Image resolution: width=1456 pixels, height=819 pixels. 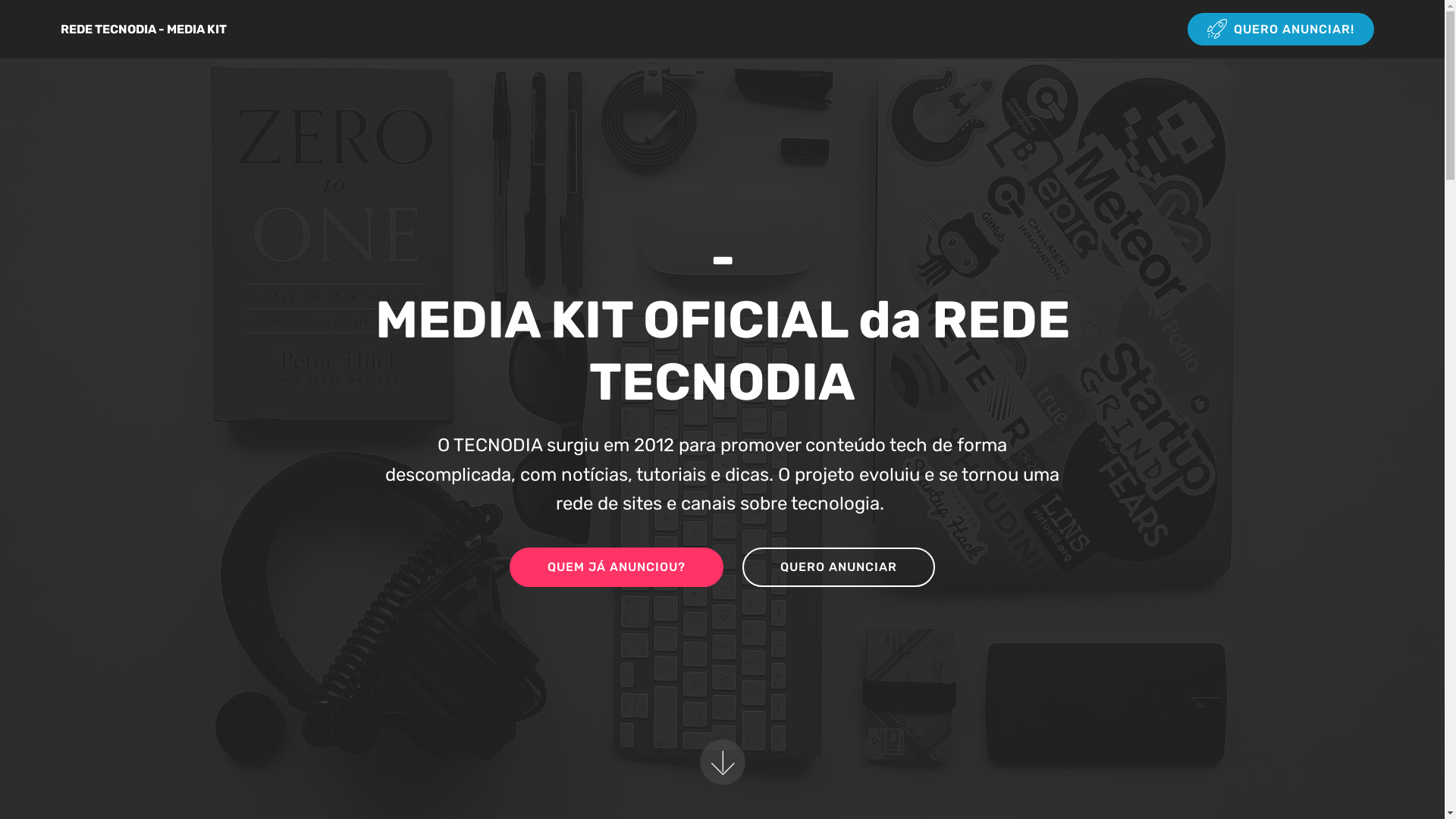 What do you see at coordinates (61, 29) in the screenshot?
I see `'REDE TECNODIA - MEDIA KIT'` at bounding box center [61, 29].